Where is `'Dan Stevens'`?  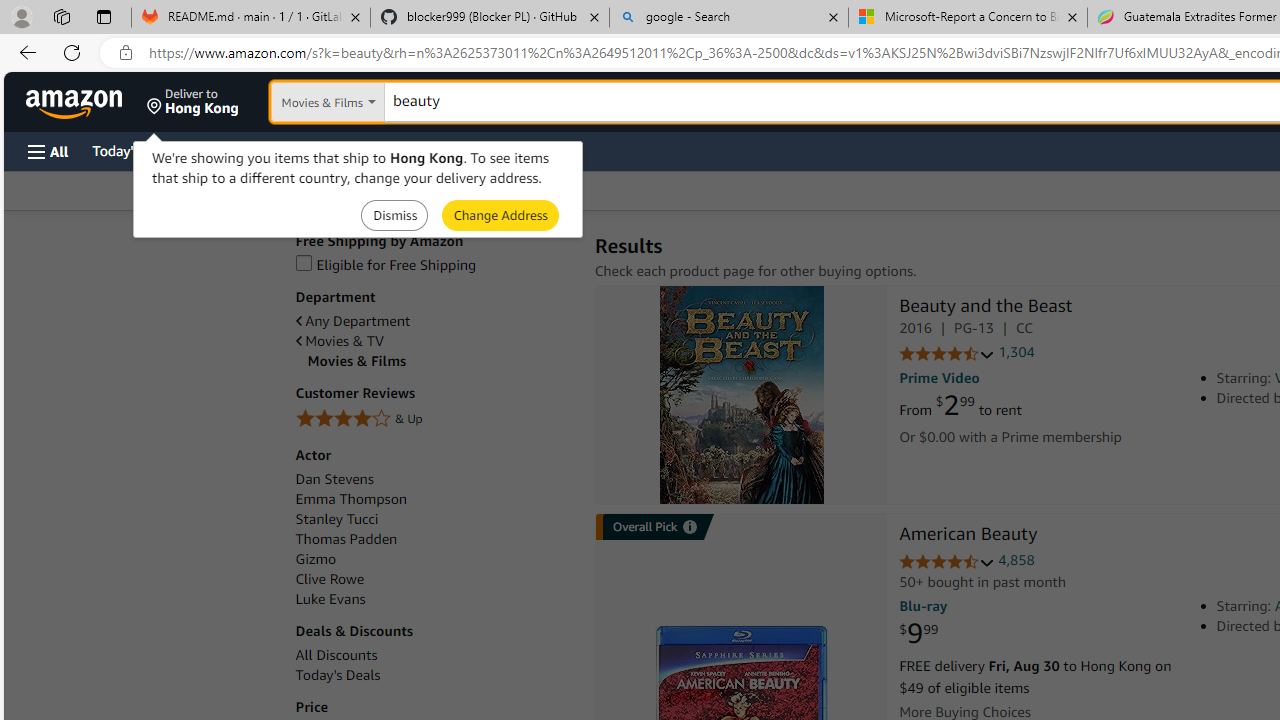 'Dan Stevens' is located at coordinates (433, 479).